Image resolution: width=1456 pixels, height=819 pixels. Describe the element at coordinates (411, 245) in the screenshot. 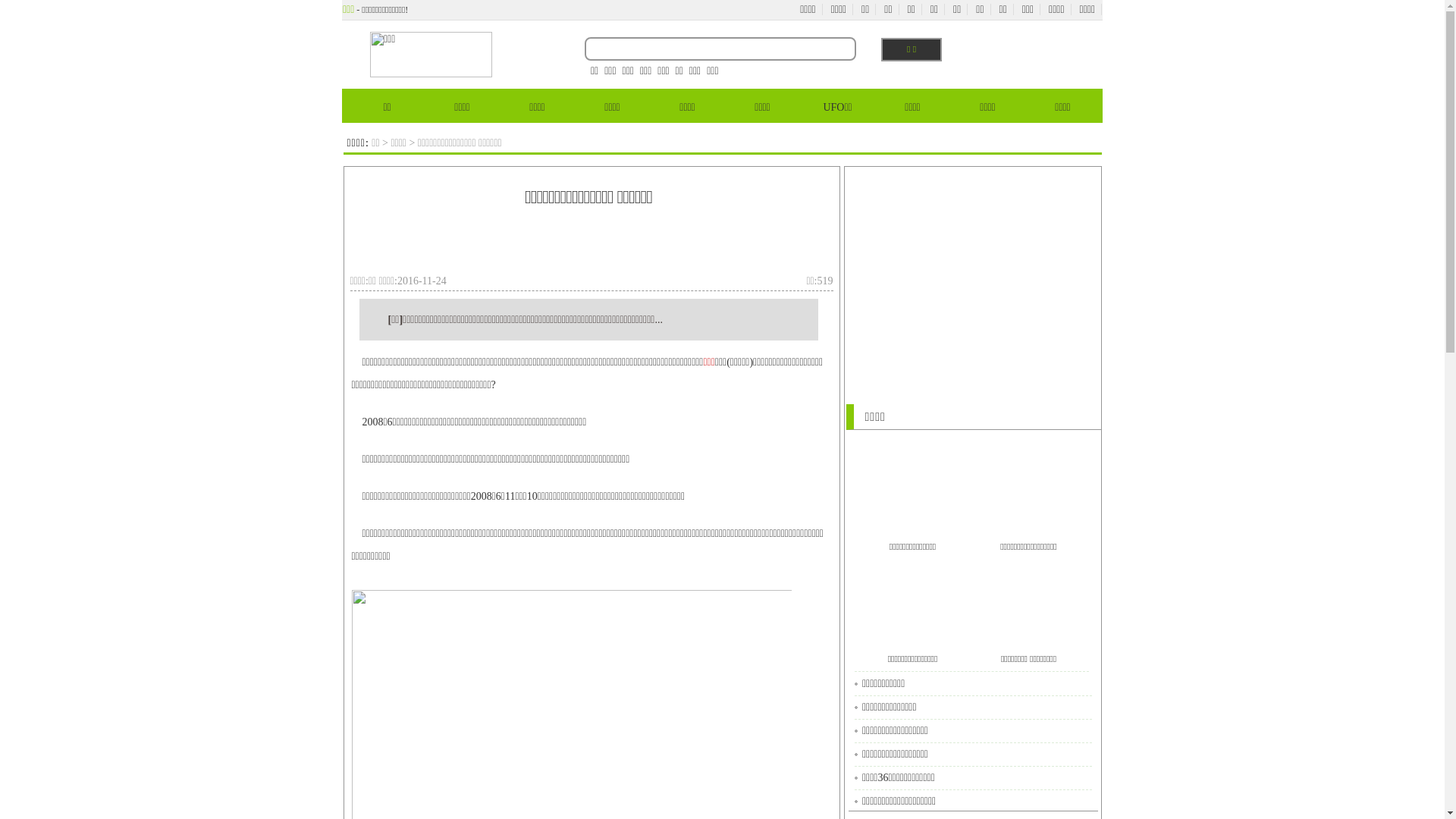

I see `'Advertisement'` at that location.